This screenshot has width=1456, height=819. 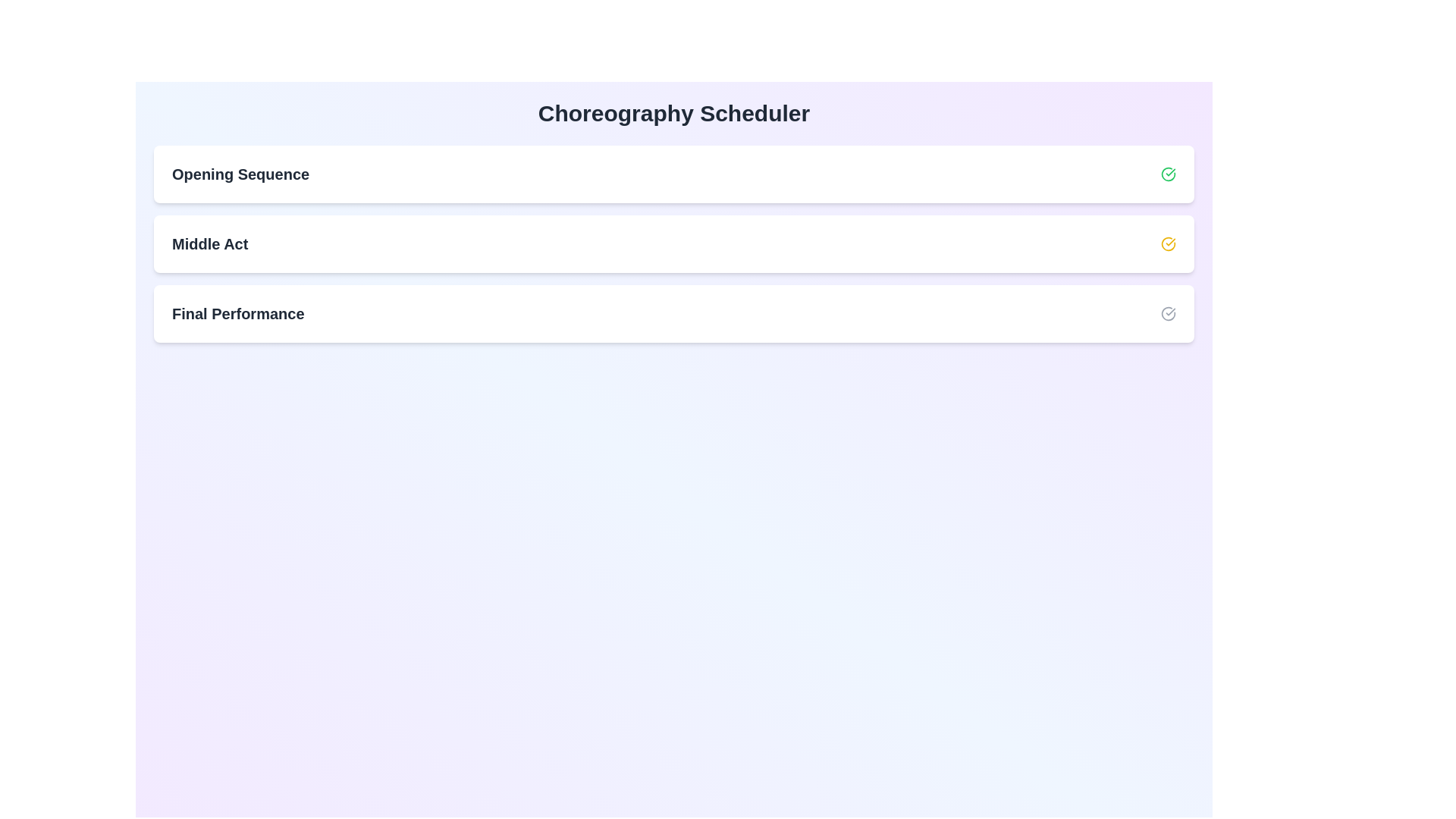 I want to click on status icon of the routine Final Performance, so click(x=1167, y=312).